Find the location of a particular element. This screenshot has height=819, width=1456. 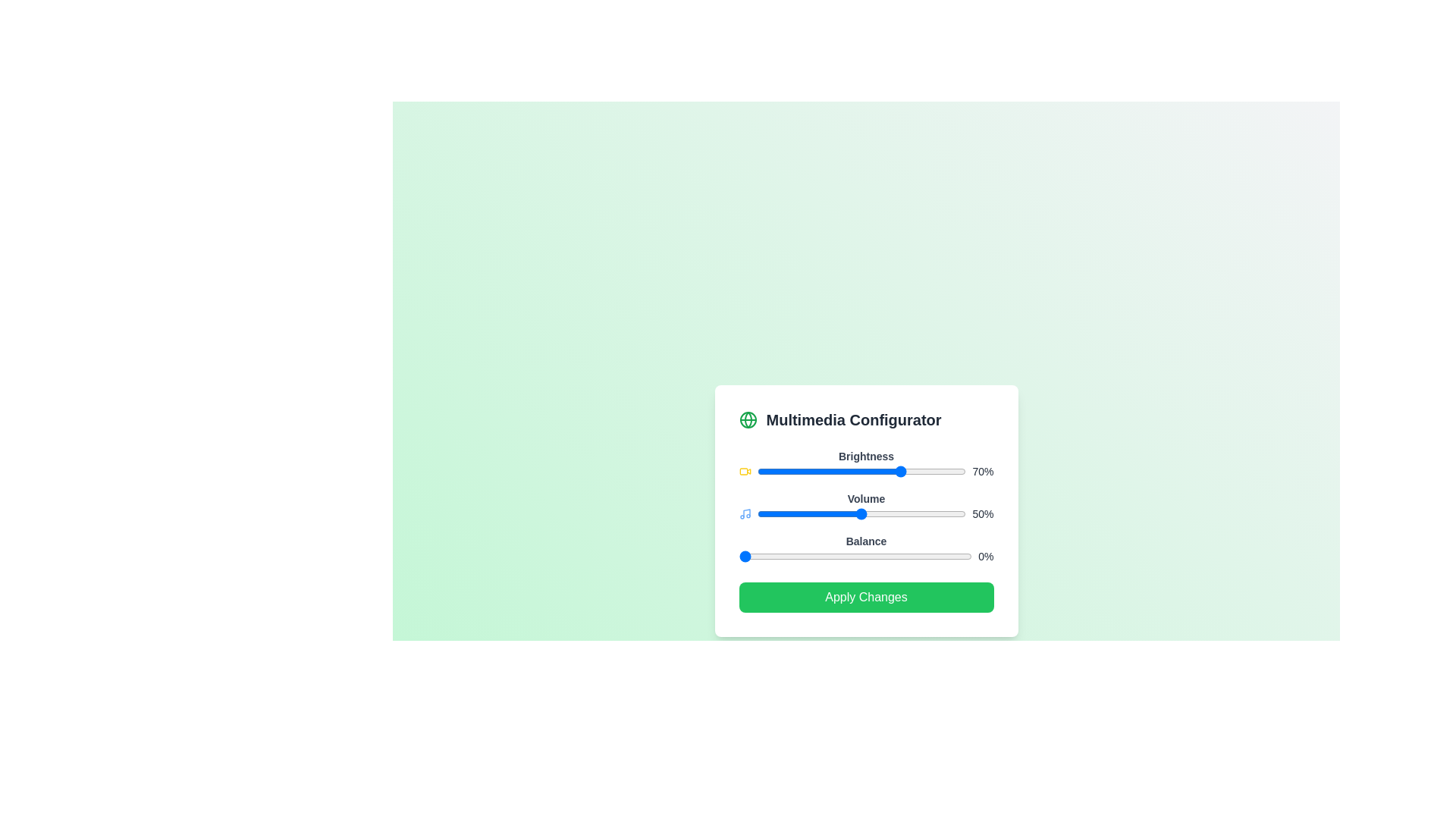

the Brightness slider to observe its interactive response is located at coordinates (861, 470).